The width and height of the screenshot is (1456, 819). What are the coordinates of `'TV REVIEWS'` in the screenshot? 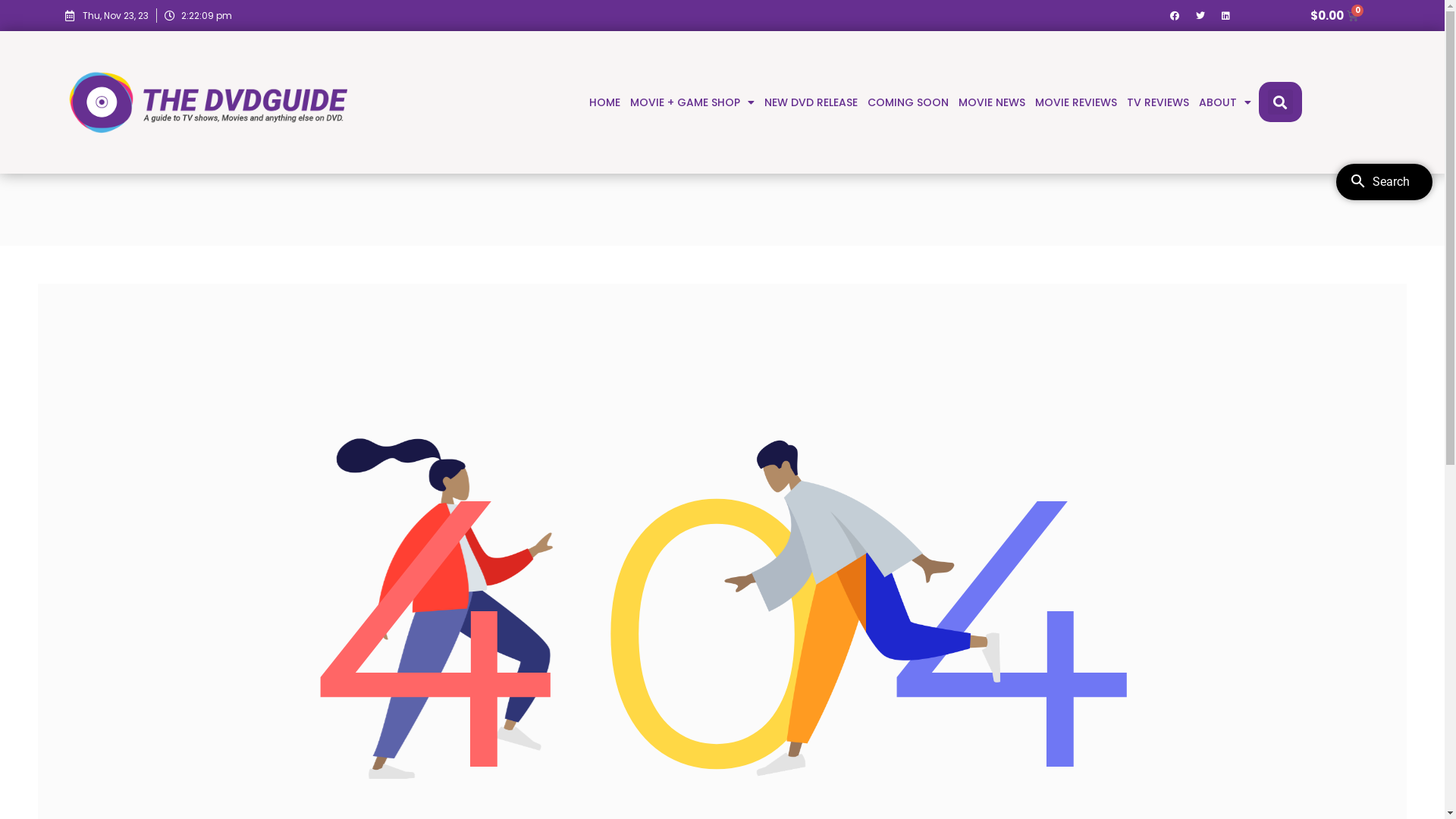 It's located at (1156, 102).